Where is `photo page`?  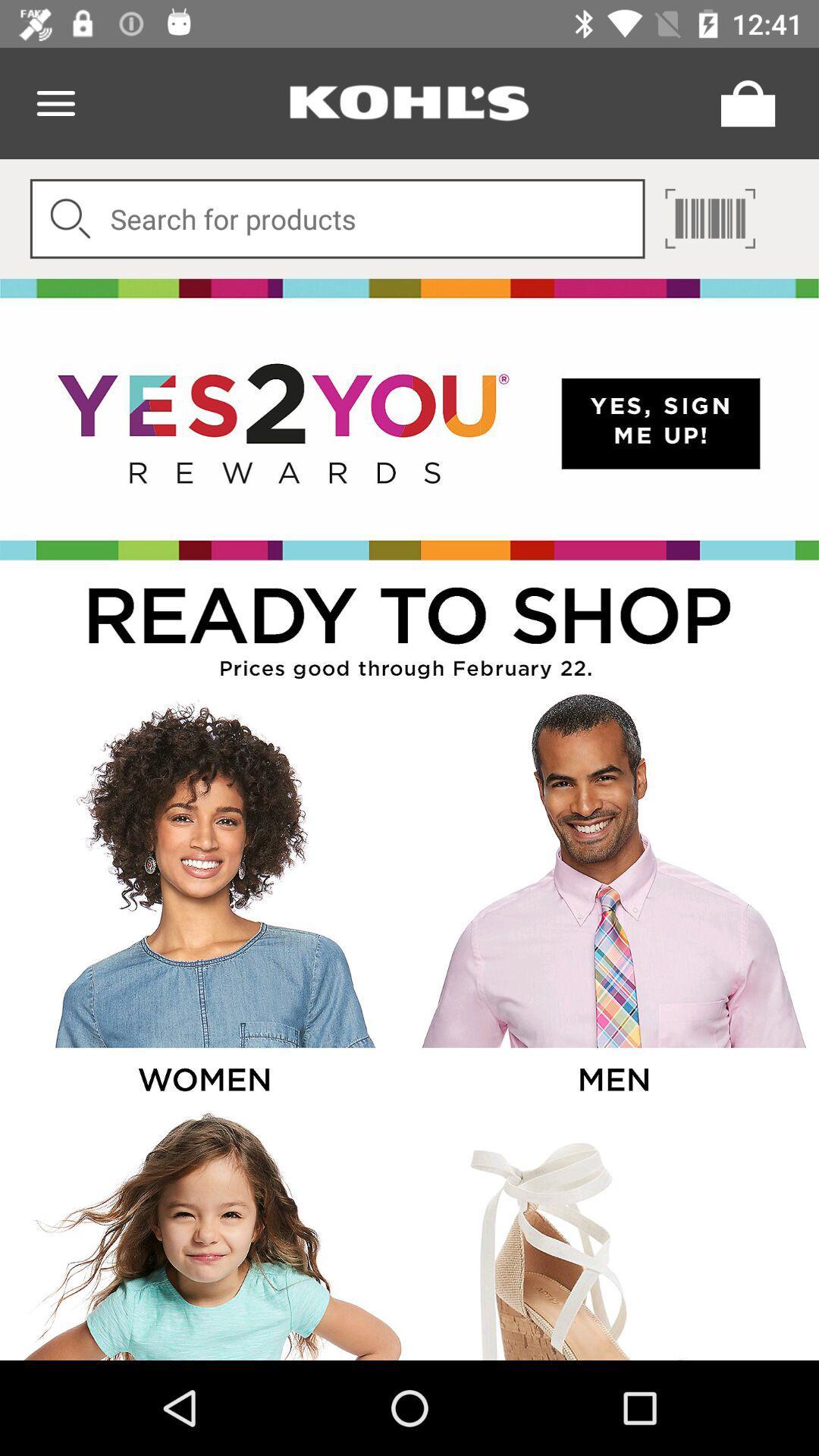
photo page is located at coordinates (202, 899).